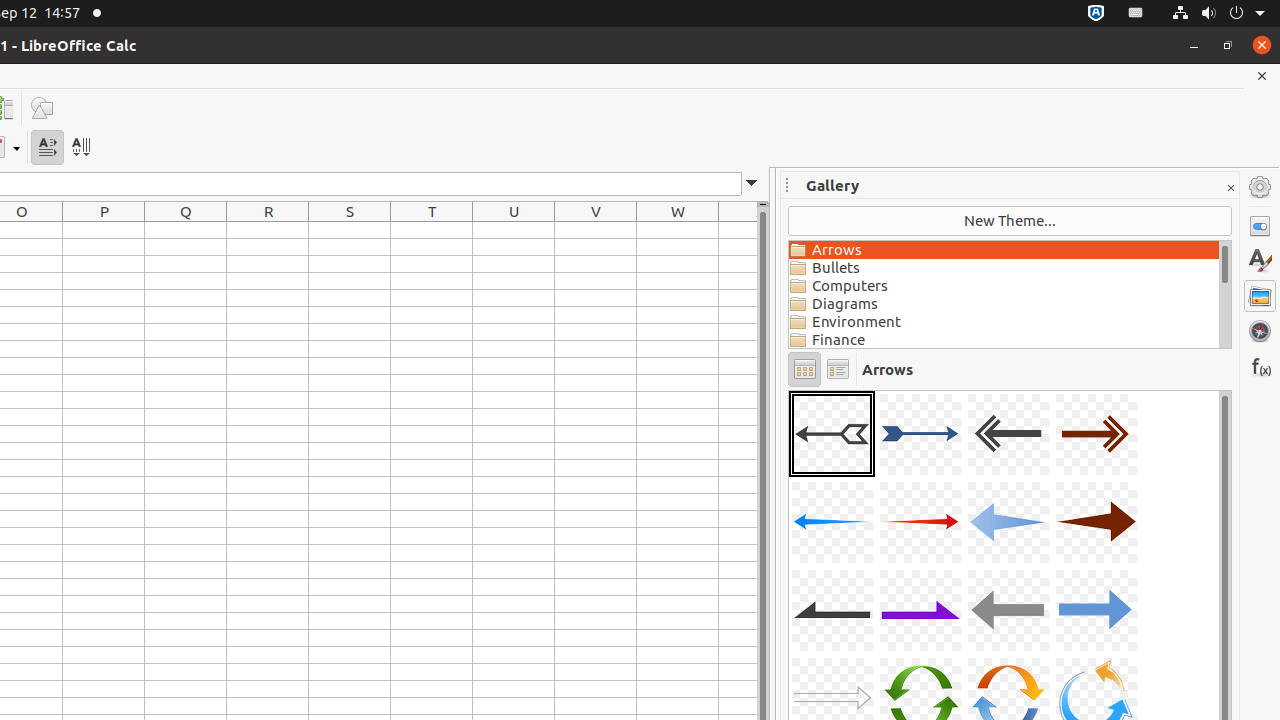 The height and width of the screenshot is (720, 1280). Describe the element at coordinates (1259, 225) in the screenshot. I see `'Properties'` at that location.